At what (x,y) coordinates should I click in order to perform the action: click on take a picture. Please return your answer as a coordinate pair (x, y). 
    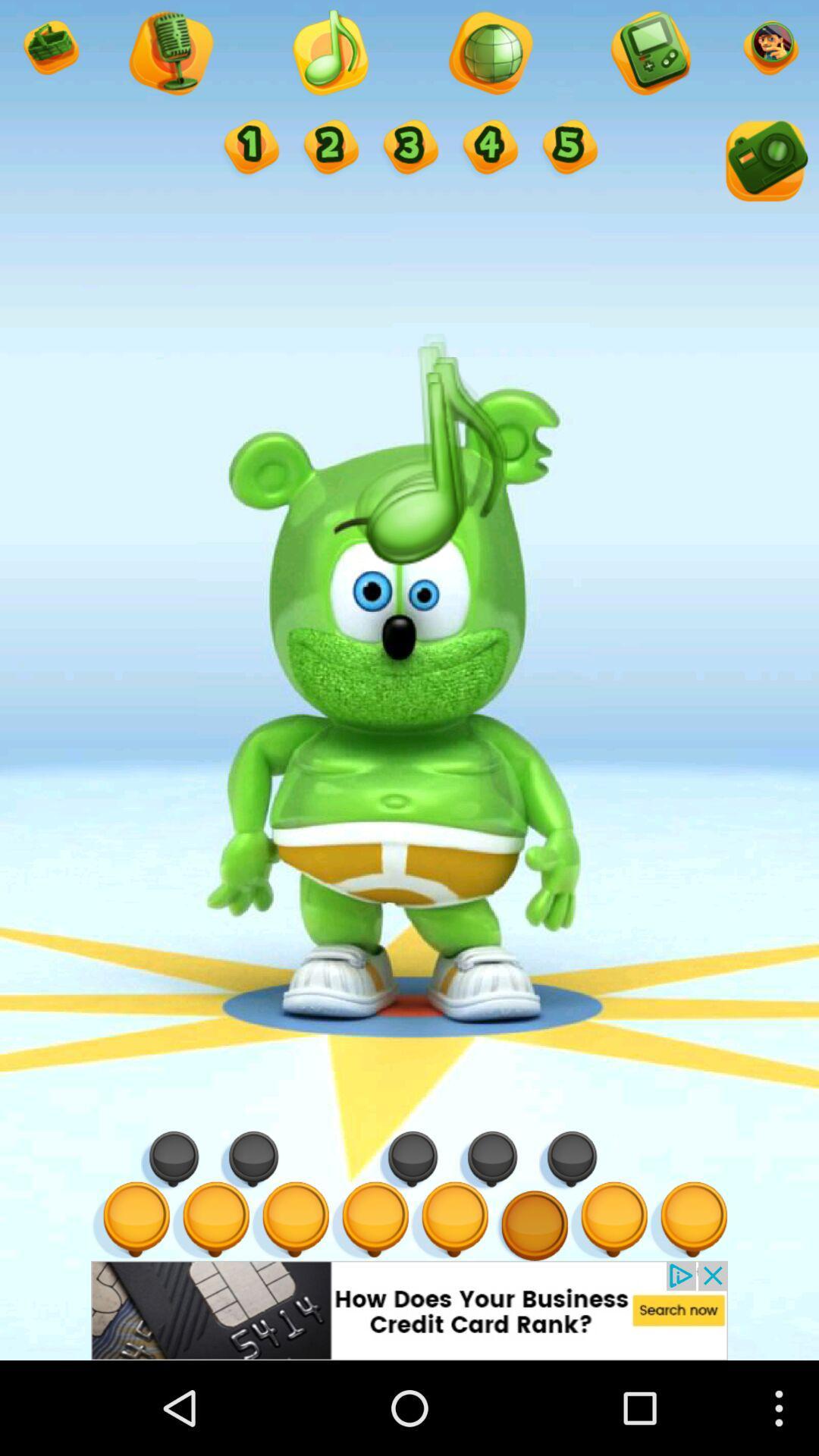
    Looking at the image, I should click on (764, 164).